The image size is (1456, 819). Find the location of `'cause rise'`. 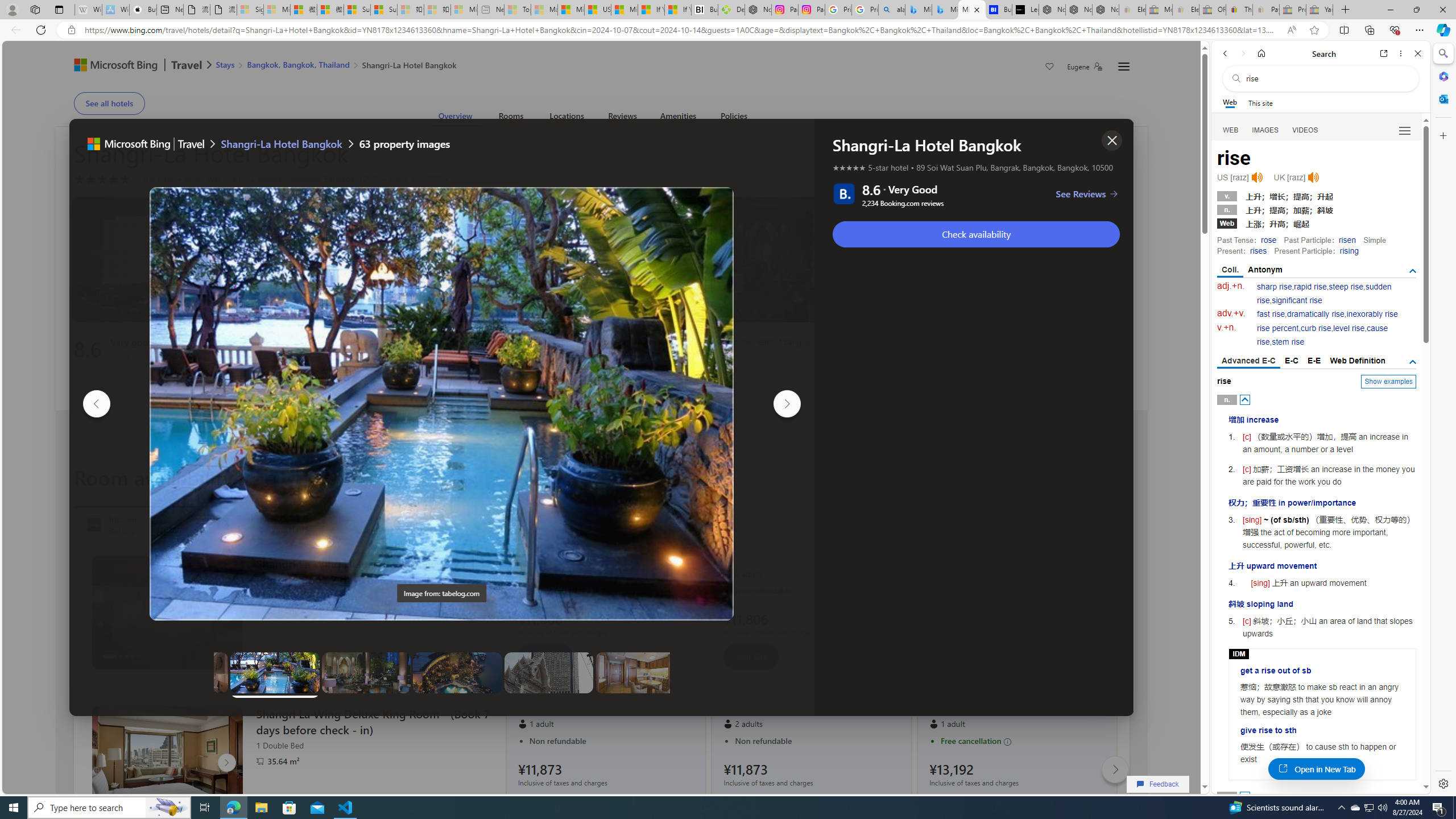

'cause rise' is located at coordinates (1322, 335).